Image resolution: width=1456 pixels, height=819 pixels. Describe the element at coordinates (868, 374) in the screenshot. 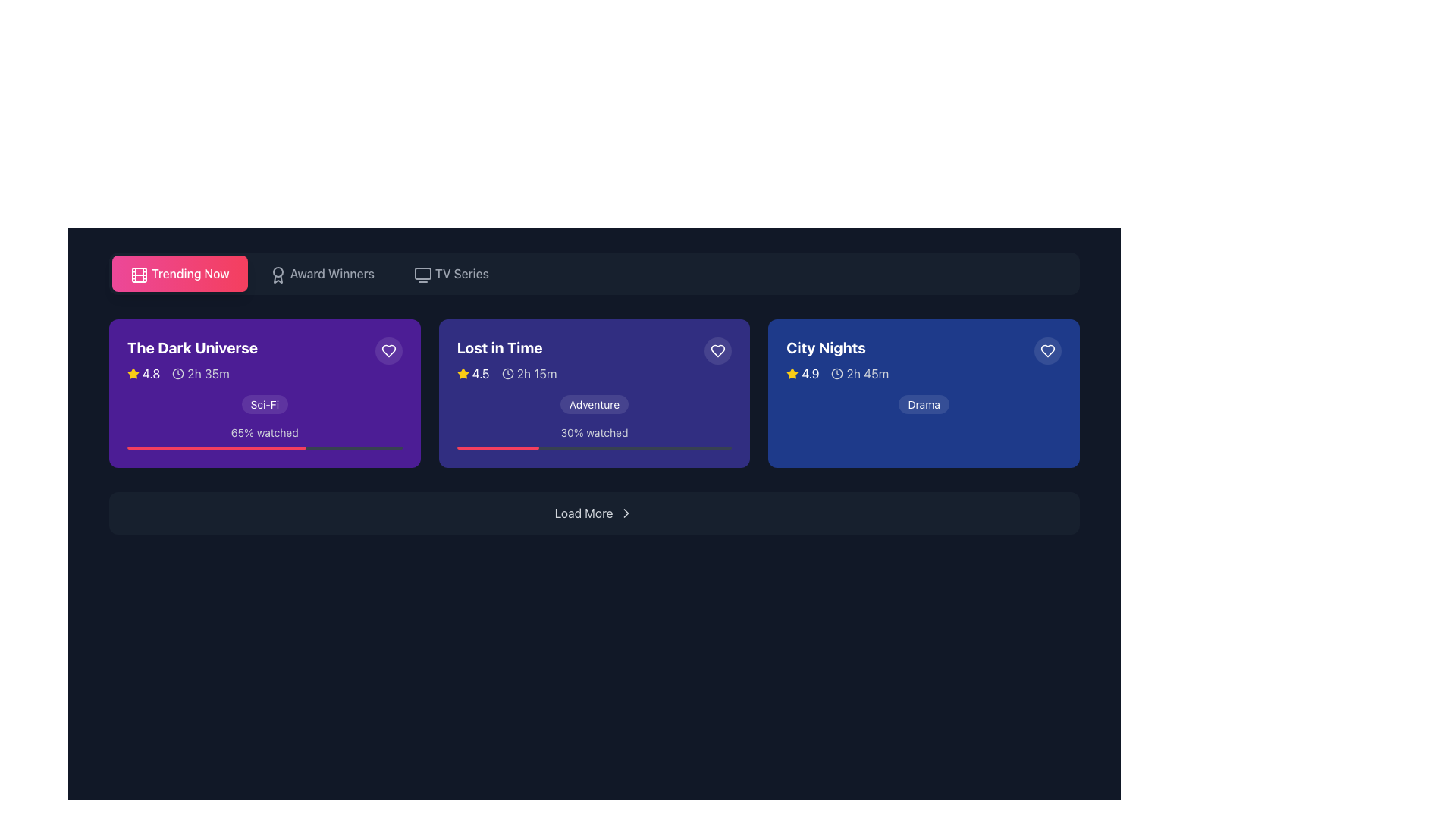

I see `the Text Label indicating the runtime of the related content item in the 'City Nights' section, located in the third card from the left in the second row, adjacent to the rating (4.9) and clock icon` at that location.